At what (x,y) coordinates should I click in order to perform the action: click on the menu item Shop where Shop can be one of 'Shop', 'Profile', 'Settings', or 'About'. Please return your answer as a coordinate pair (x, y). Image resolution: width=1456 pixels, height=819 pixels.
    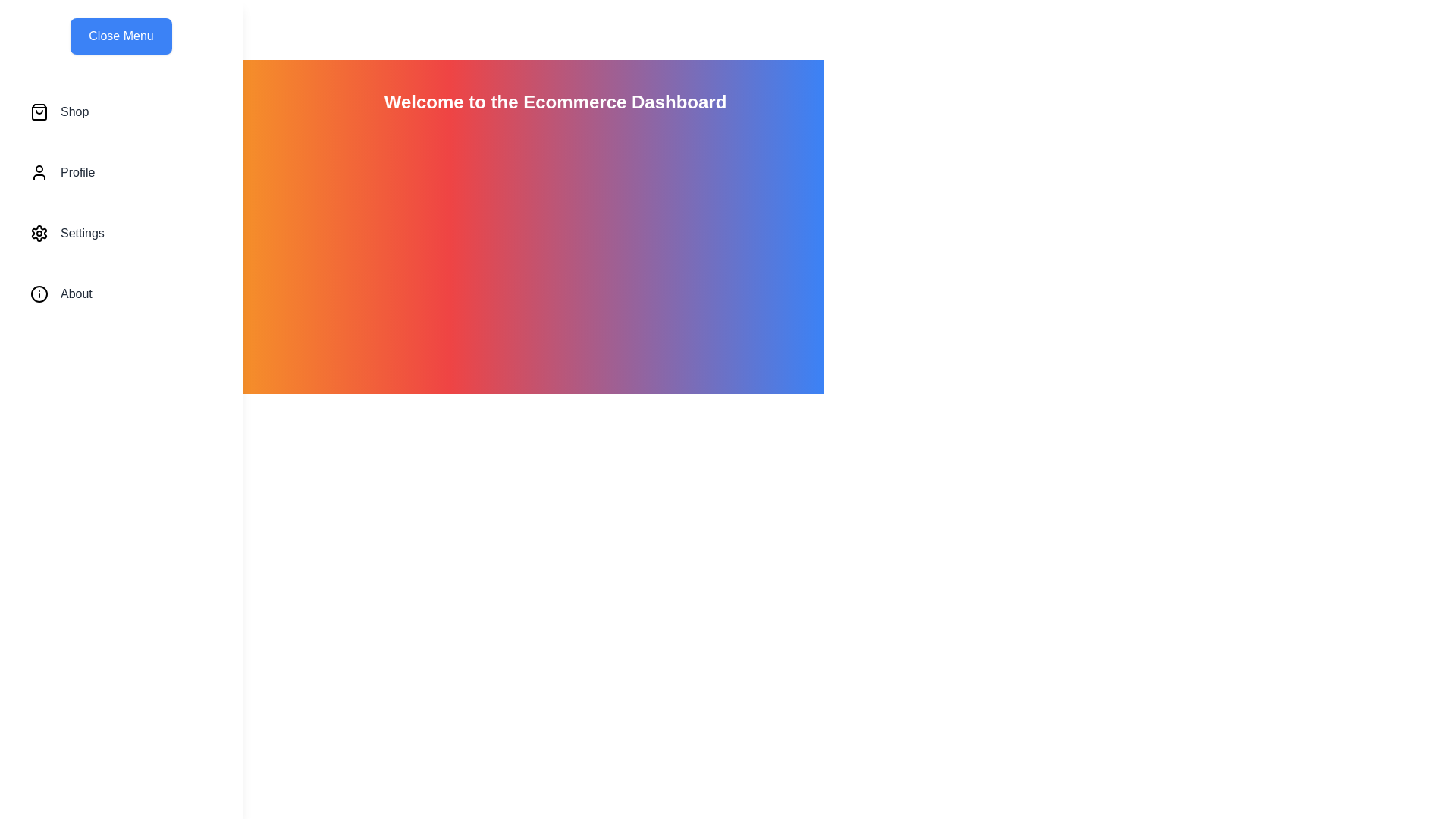
    Looking at the image, I should click on (120, 111).